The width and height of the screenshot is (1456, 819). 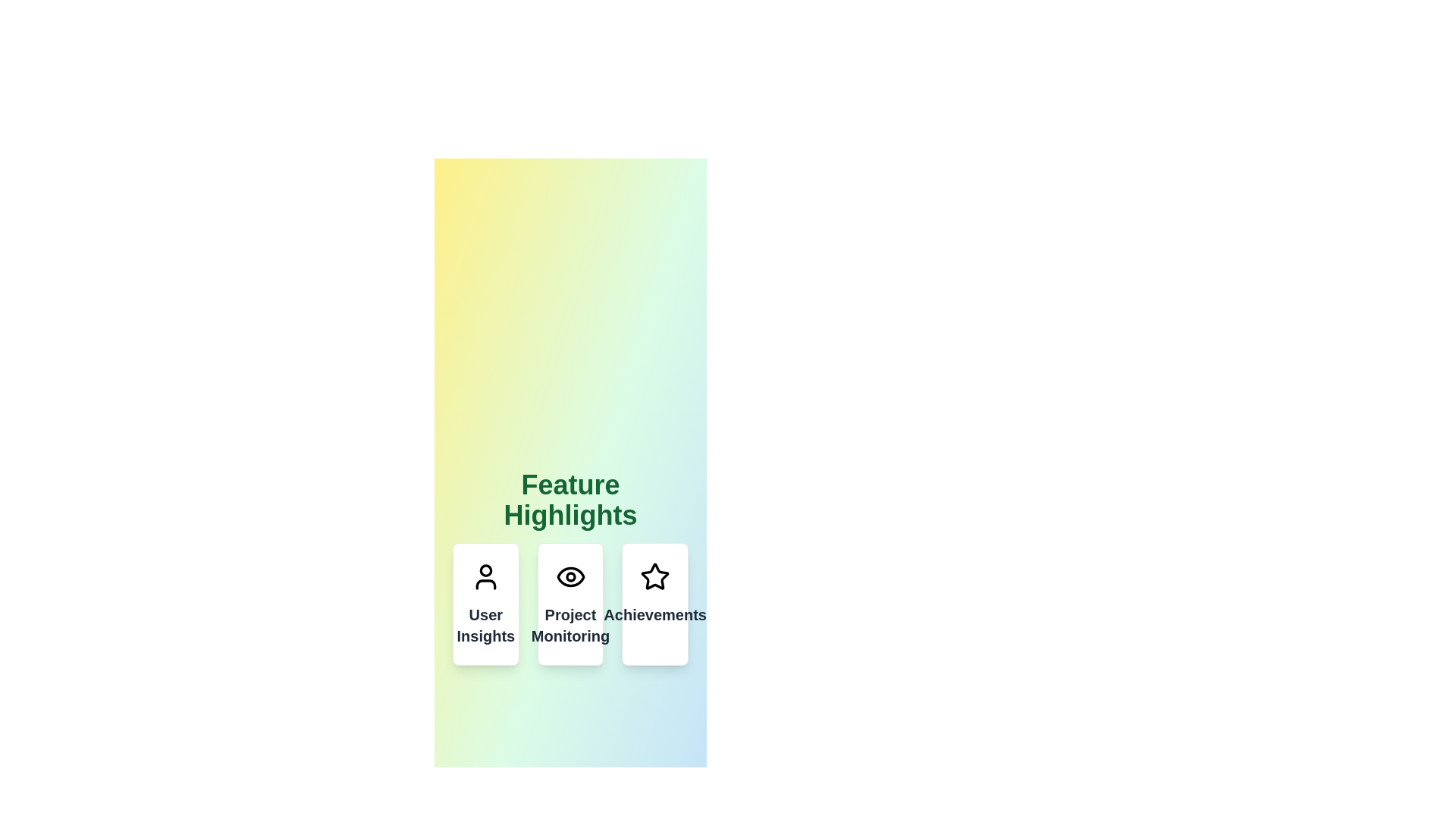 I want to click on the achievements icon, a 40x40px SVG located in the rightmost card under the 'Feature Highlights' heading, so click(x=655, y=576).